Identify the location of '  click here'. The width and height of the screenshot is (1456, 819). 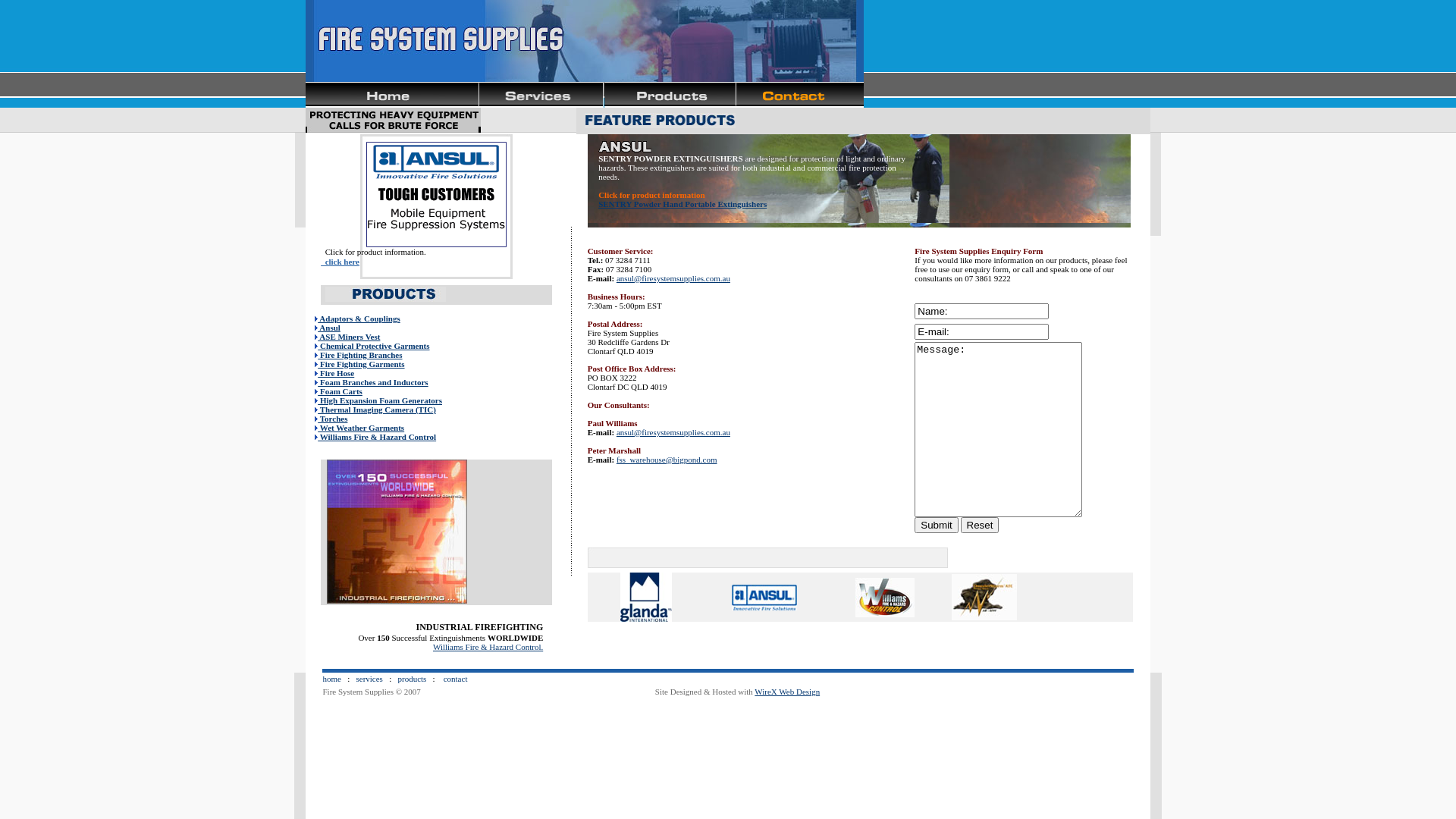
(339, 260).